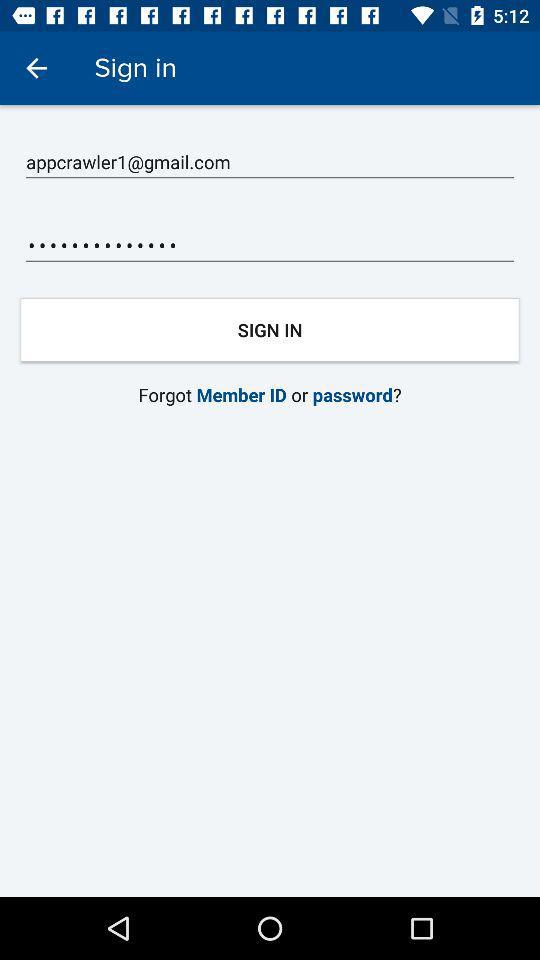 The image size is (540, 960). What do you see at coordinates (270, 161) in the screenshot?
I see `item above appcrawler3116 item` at bounding box center [270, 161].